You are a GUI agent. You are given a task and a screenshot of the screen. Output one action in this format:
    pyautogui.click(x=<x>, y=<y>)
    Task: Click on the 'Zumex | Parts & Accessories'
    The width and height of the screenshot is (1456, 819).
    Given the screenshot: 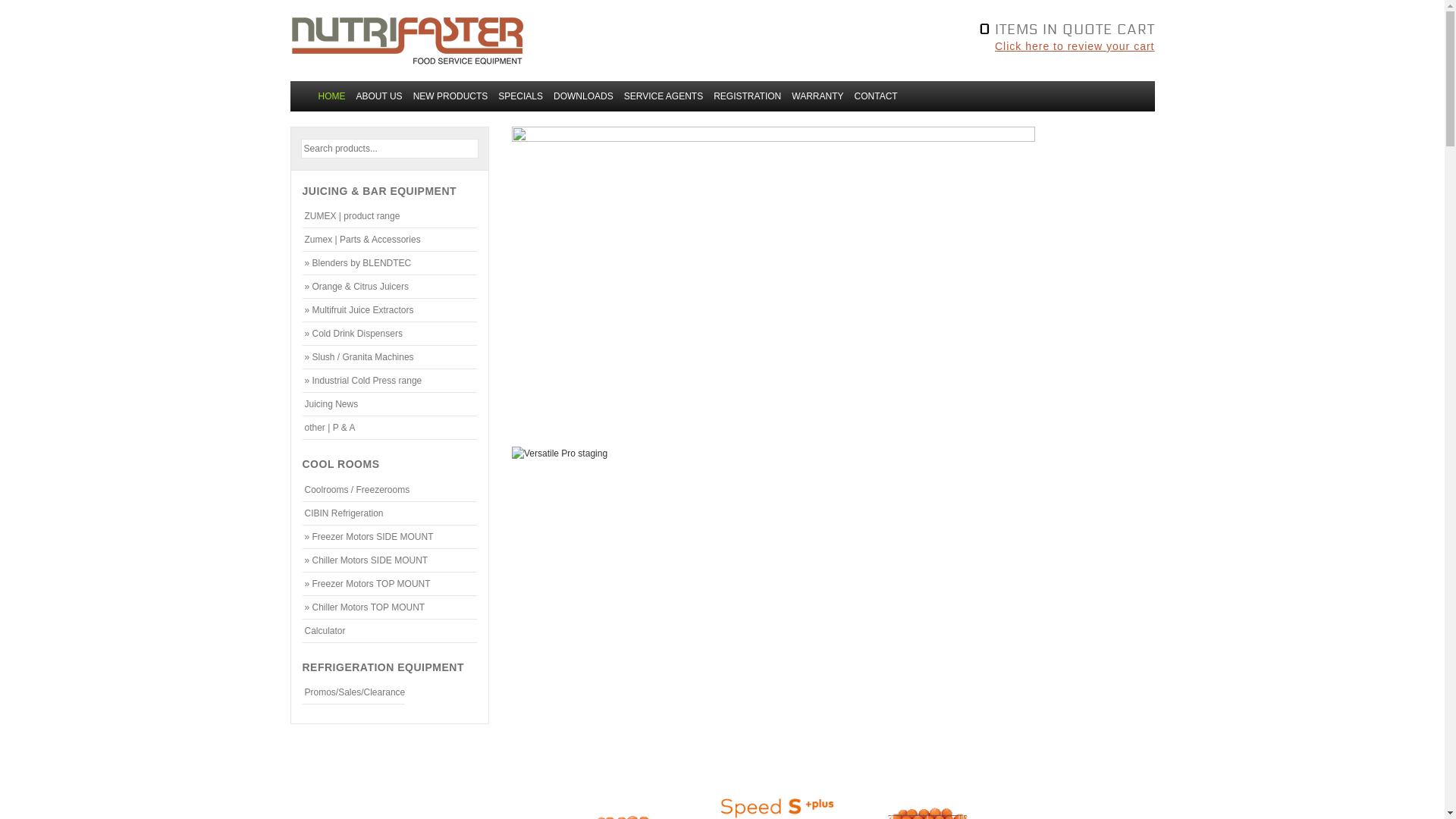 What is the action you would take?
    pyautogui.click(x=389, y=239)
    